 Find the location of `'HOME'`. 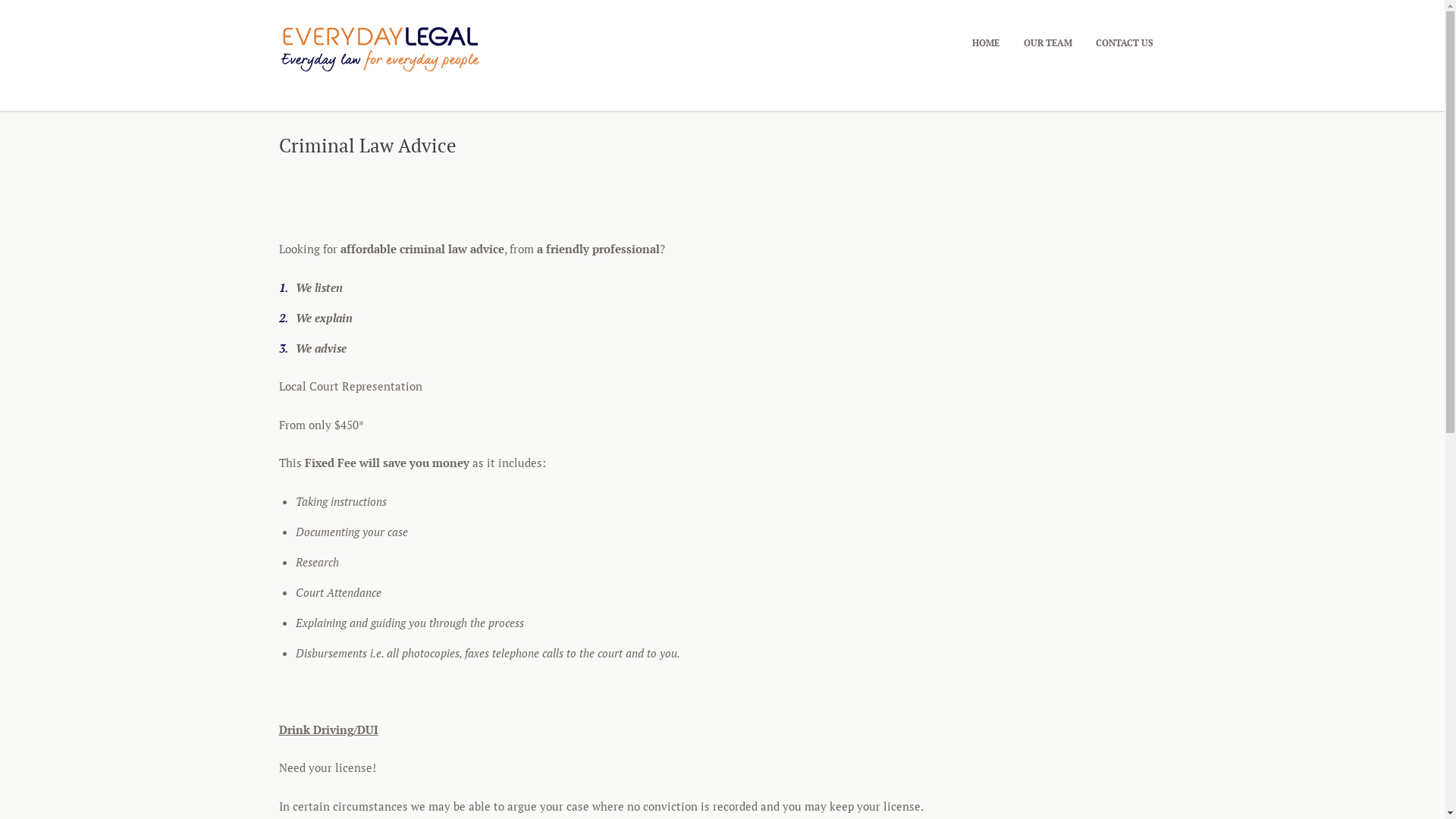

'HOME' is located at coordinates (986, 42).